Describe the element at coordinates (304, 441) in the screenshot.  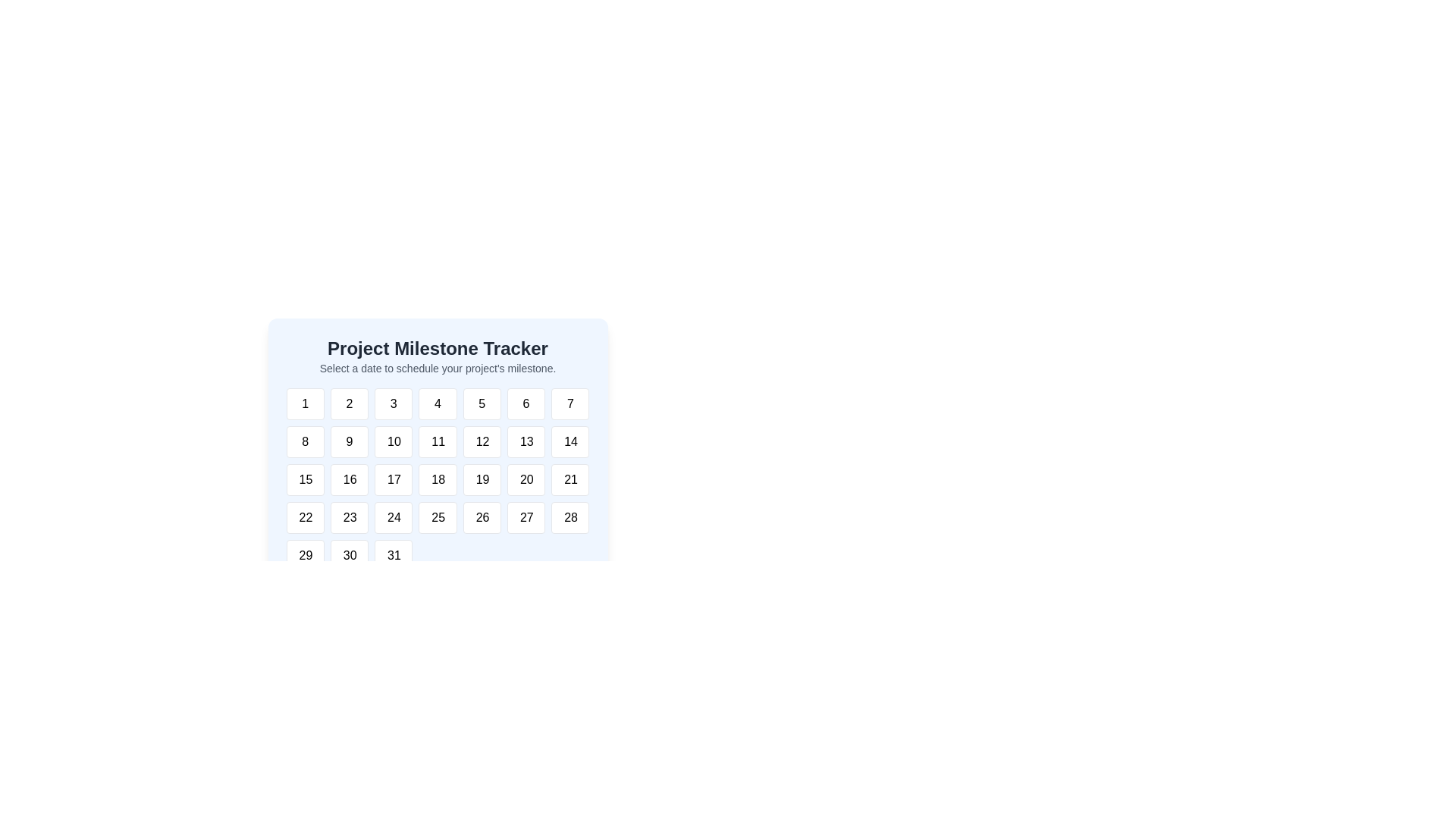
I see `the date selection button for '8' in the Project Milestone Tracker interface` at that location.